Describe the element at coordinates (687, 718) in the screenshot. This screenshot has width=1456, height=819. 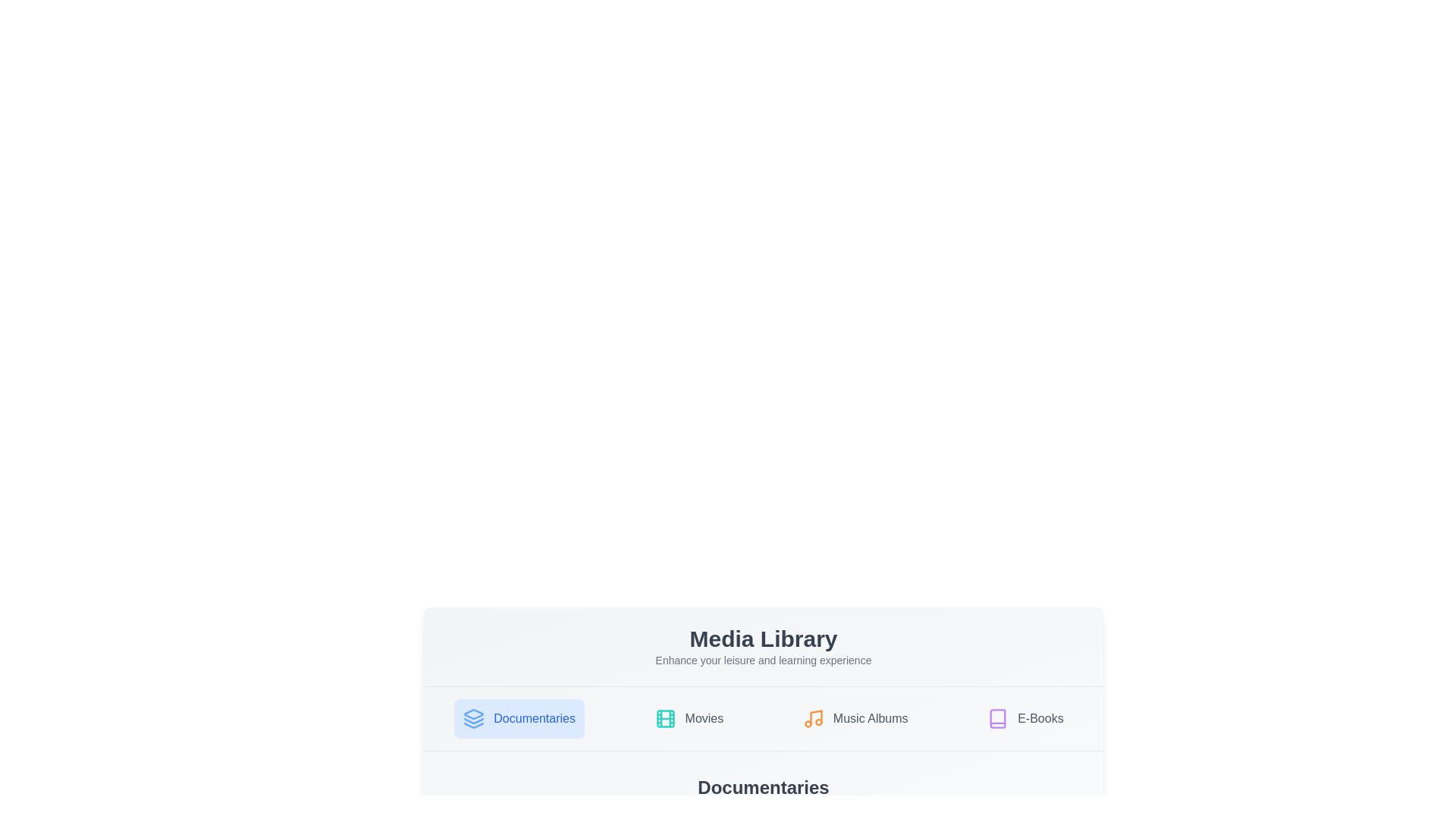
I see `the tab labeled Movies` at that location.